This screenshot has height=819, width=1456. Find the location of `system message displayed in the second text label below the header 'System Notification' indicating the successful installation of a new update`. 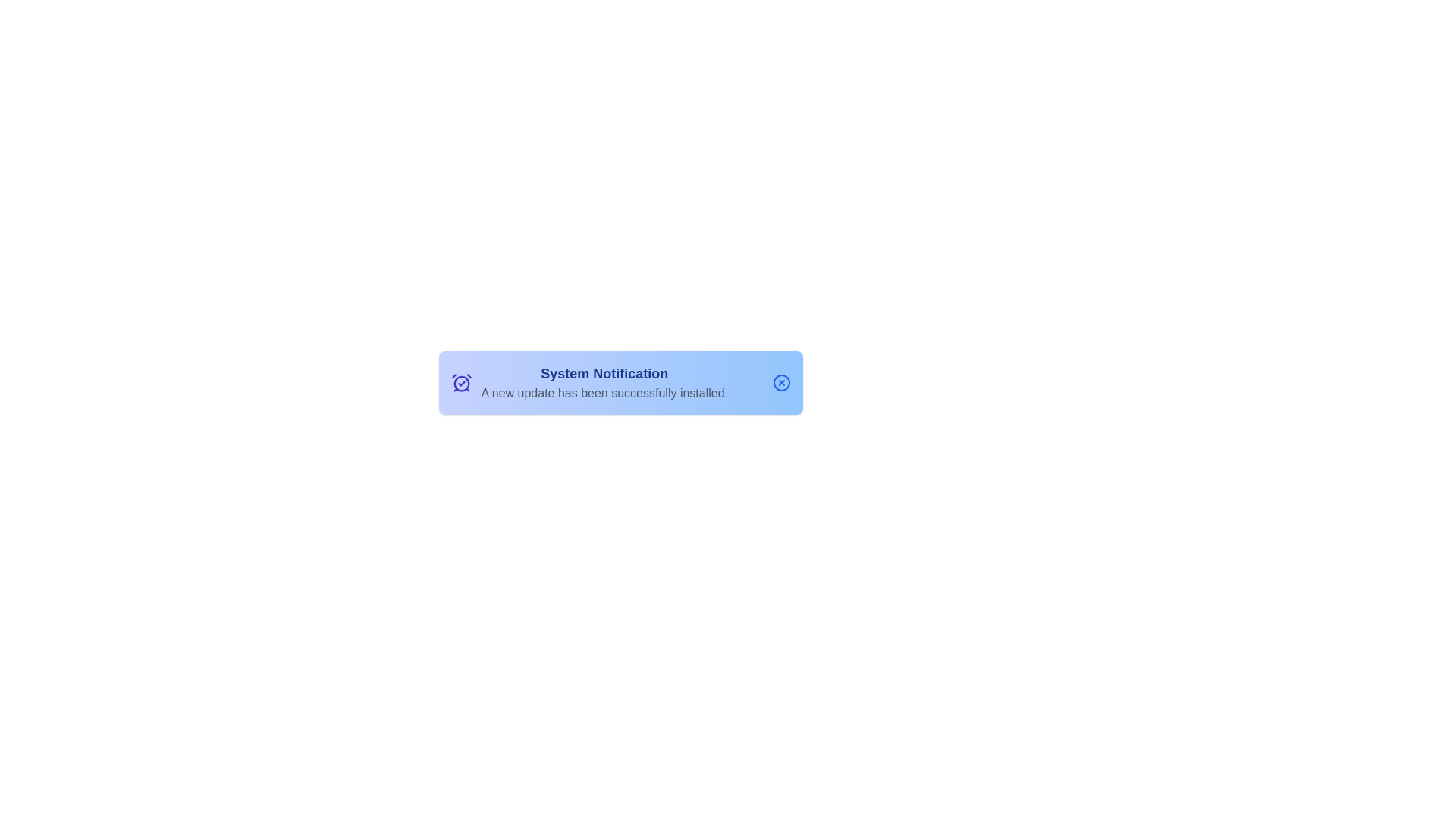

system message displayed in the second text label below the header 'System Notification' indicating the successful installation of a new update is located at coordinates (604, 393).